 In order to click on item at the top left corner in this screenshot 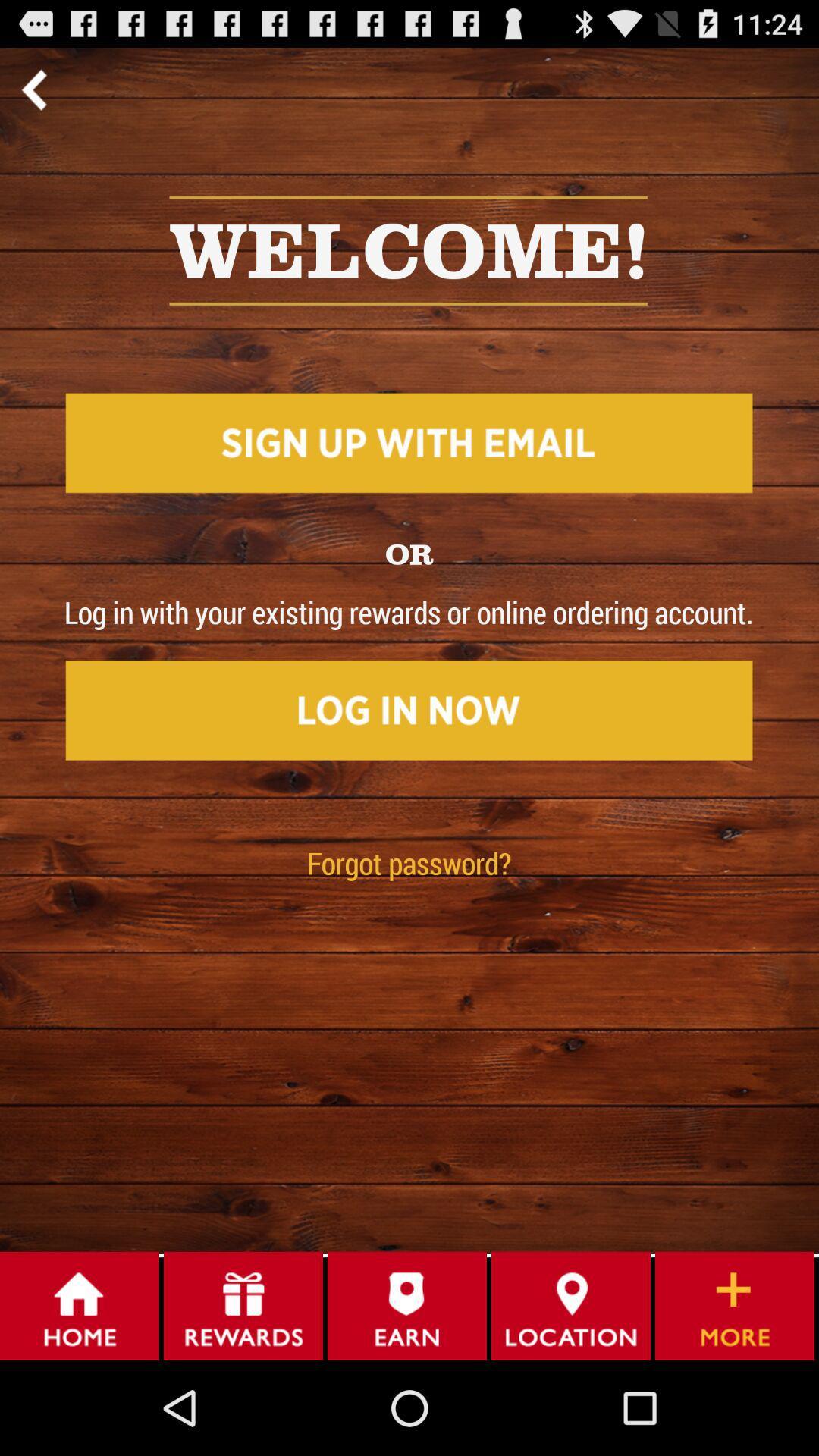, I will do `click(33, 89)`.